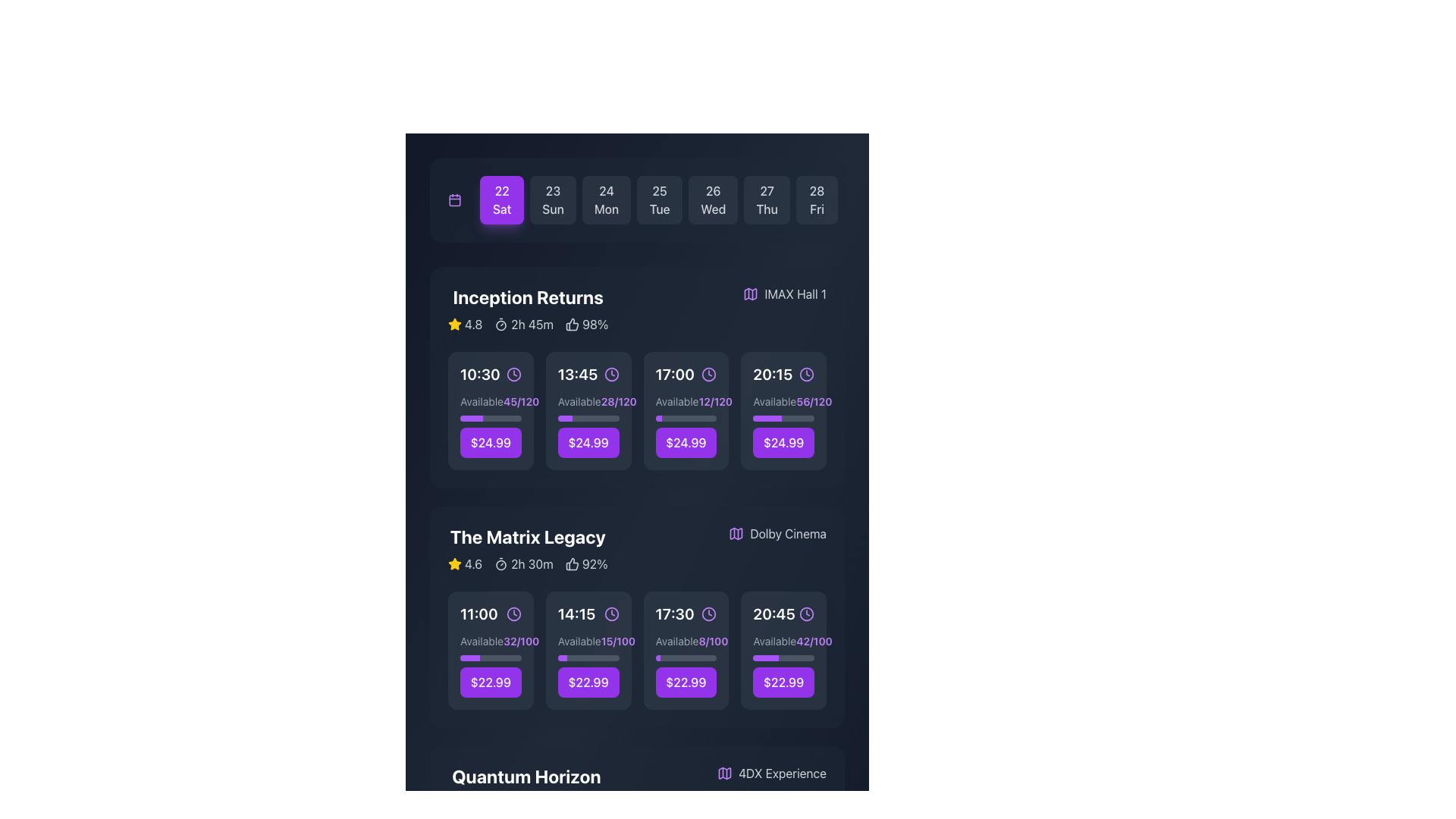 Image resolution: width=1456 pixels, height=819 pixels. I want to click on displayed time '10:30' next to the purple clock icon in the first time block of the 'Inception Returns' movie schedule card, so click(491, 374).